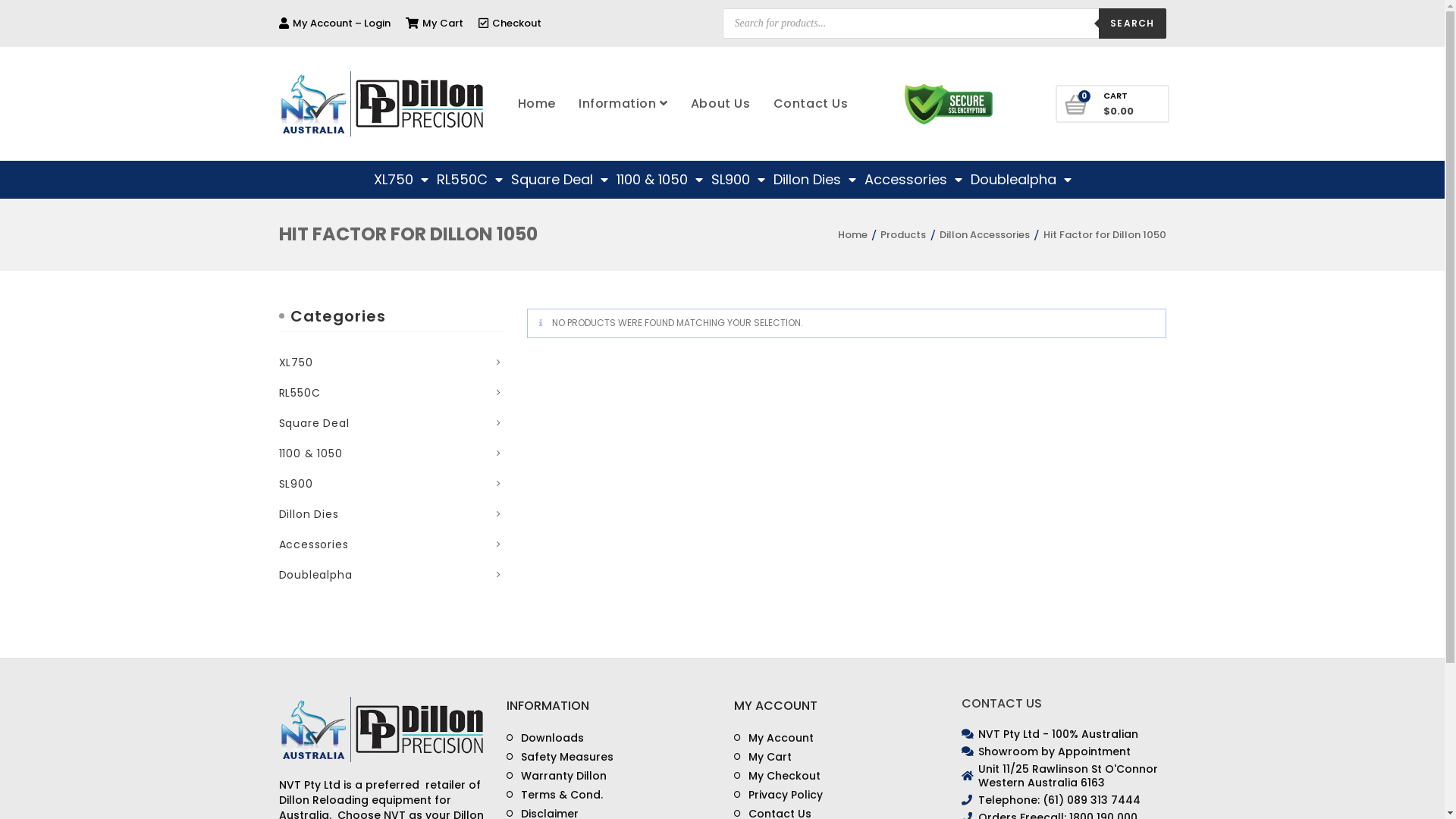 The image size is (1456, 819). Describe the element at coordinates (778, 794) in the screenshot. I see `'Privacy Policy'` at that location.